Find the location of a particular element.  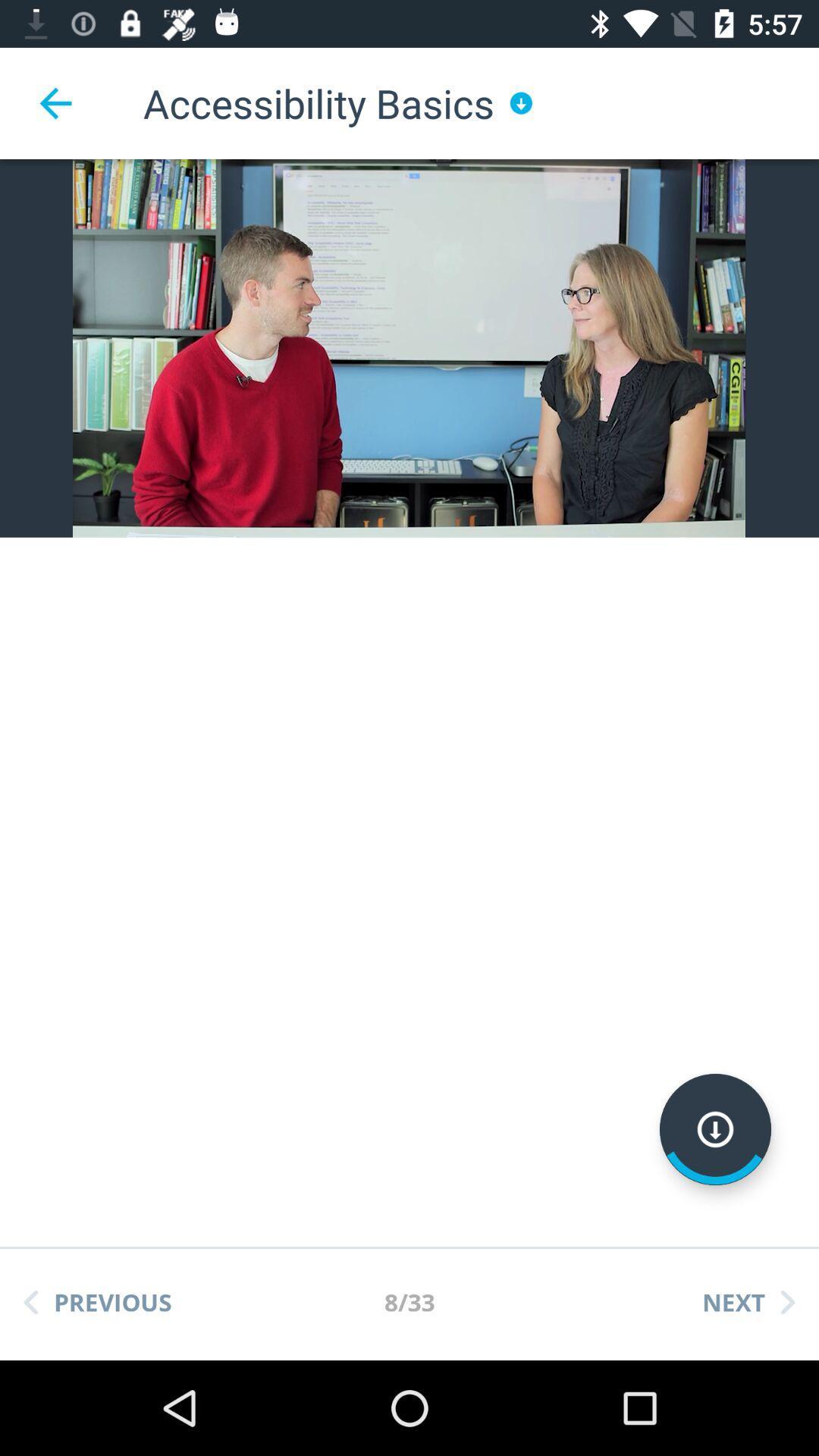

switch autoplay option is located at coordinates (715, 1129).